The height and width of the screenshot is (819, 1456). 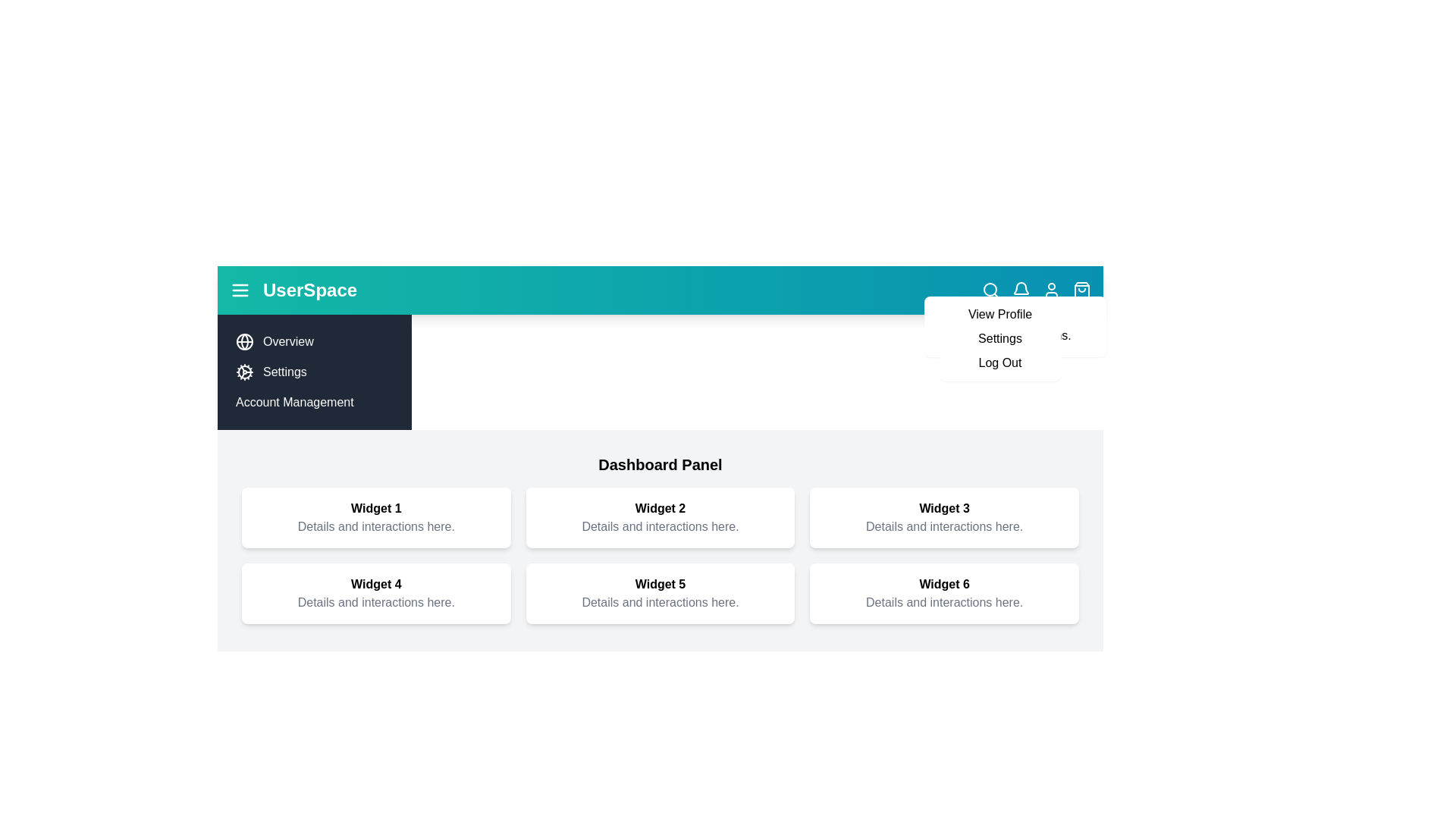 What do you see at coordinates (313, 372) in the screenshot?
I see `the 'Settings' item in the Sidebar navigation menu` at bounding box center [313, 372].